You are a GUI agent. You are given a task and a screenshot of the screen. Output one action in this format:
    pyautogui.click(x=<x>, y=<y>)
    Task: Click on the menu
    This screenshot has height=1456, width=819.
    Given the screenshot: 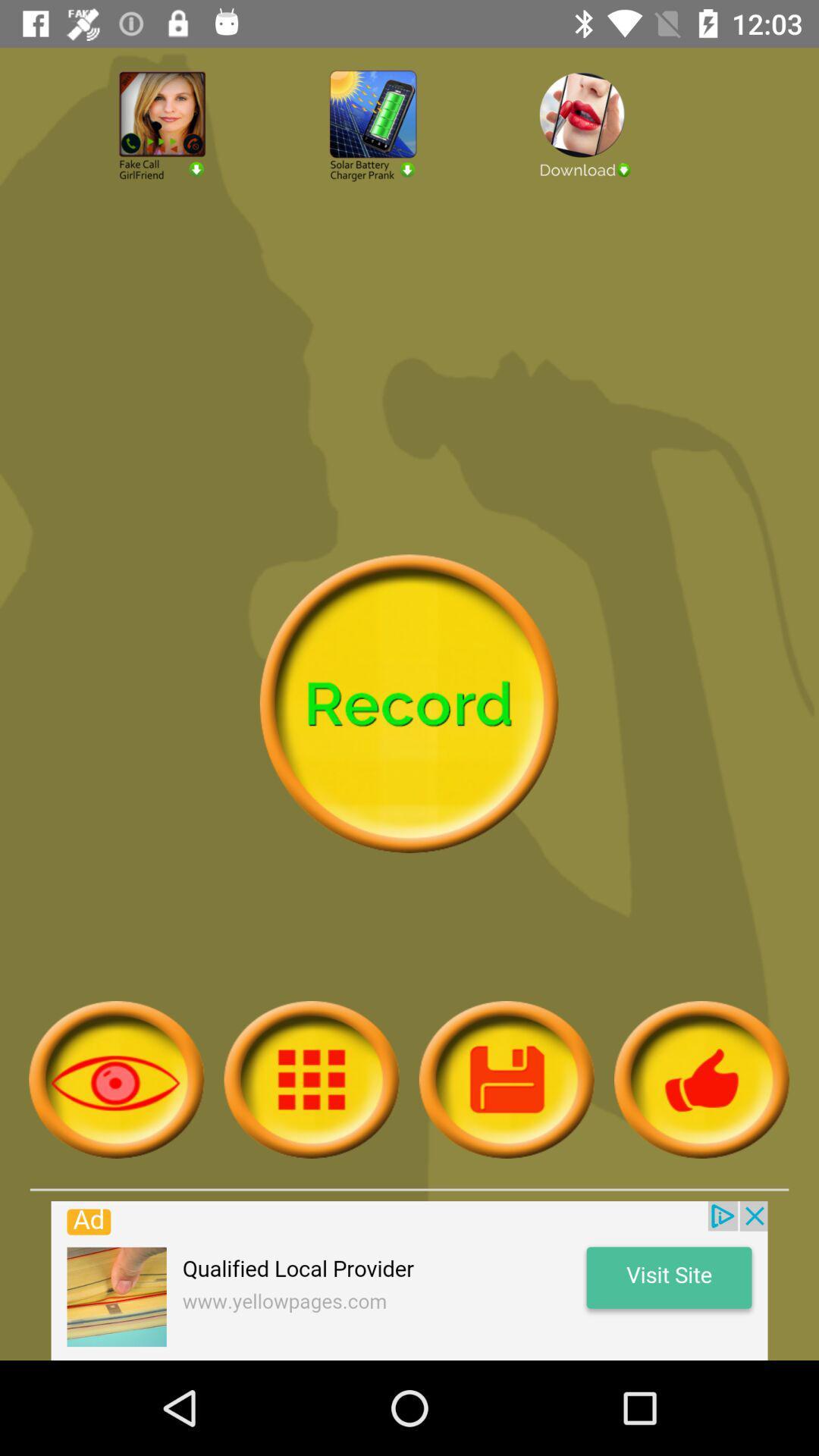 What is the action you would take?
    pyautogui.click(x=311, y=1078)
    